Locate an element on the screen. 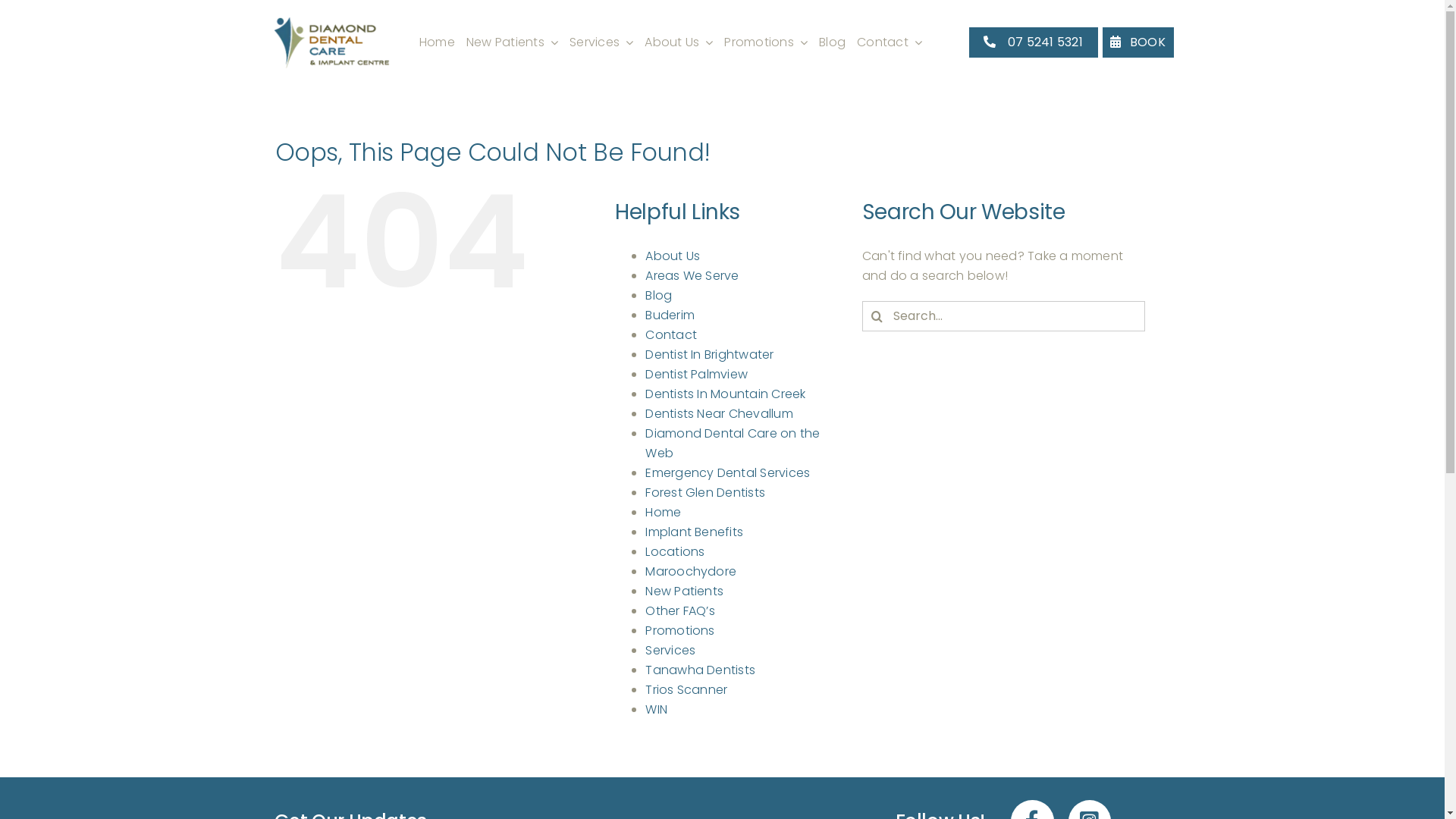 The height and width of the screenshot is (819, 1456). 'BOOK' is located at coordinates (1103, 41).